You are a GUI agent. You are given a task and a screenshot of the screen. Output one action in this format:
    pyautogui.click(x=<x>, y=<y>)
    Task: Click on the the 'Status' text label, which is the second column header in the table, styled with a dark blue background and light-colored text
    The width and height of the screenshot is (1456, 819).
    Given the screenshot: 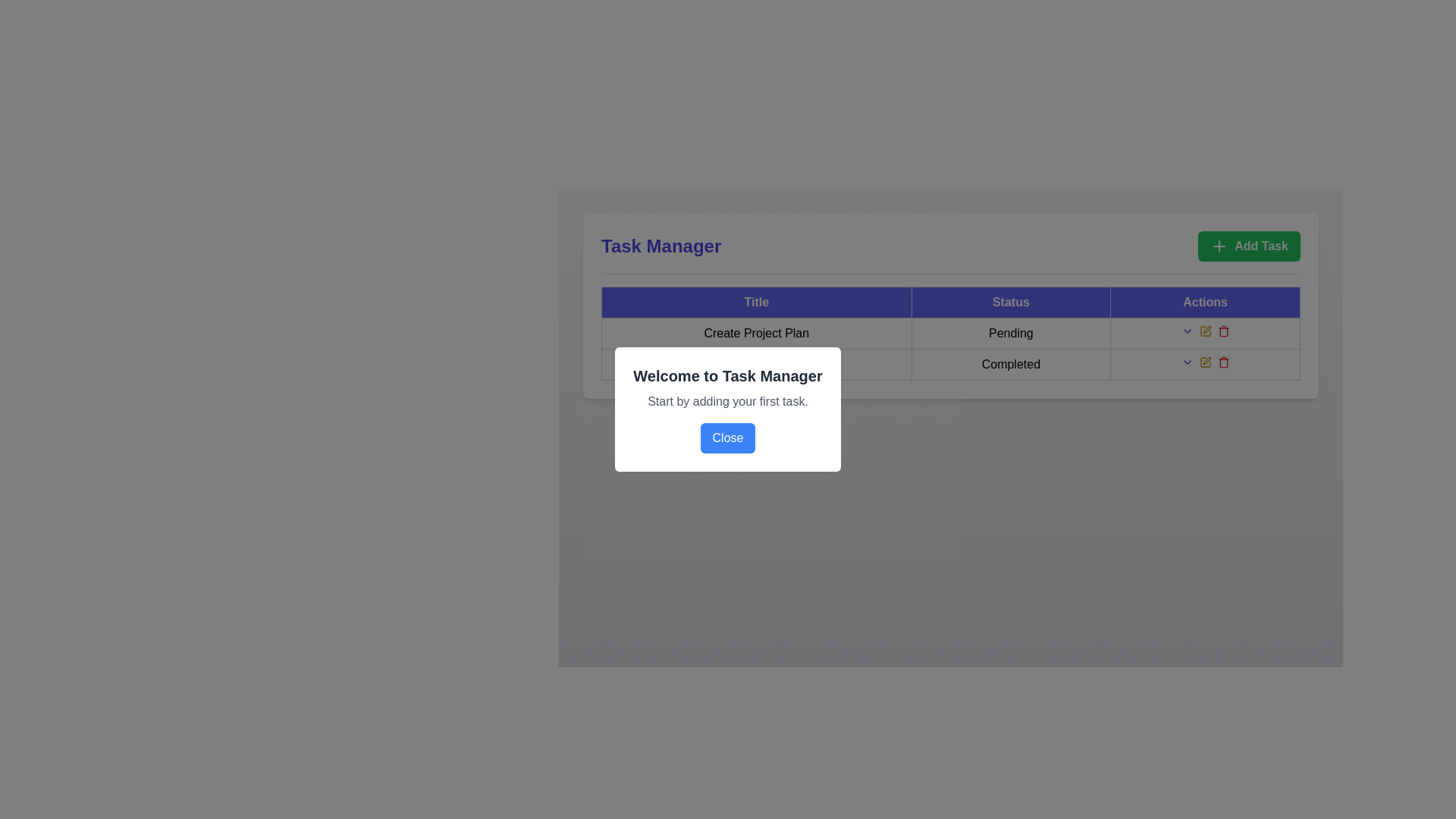 What is the action you would take?
    pyautogui.click(x=1011, y=302)
    